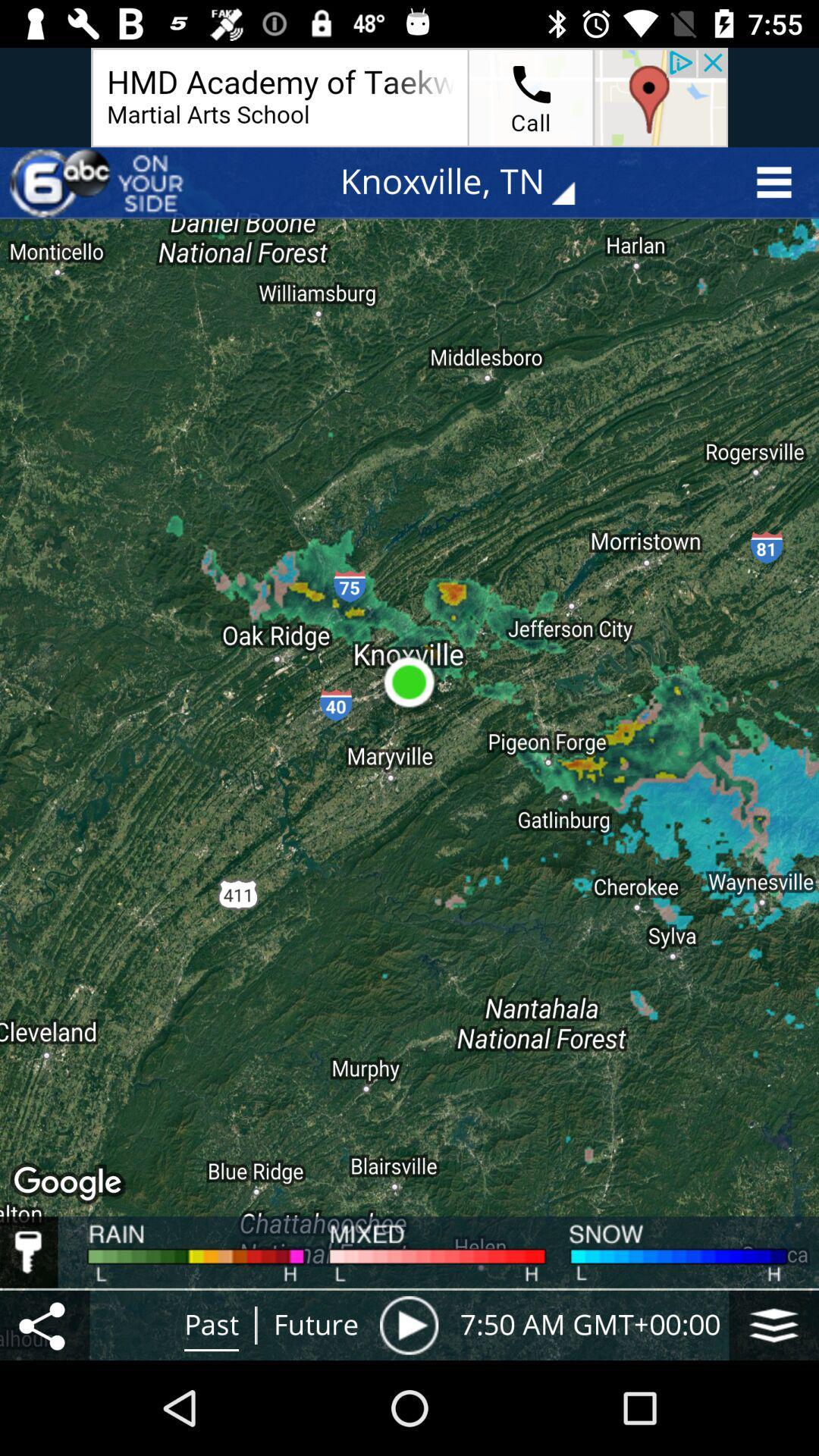 This screenshot has height=1456, width=819. Describe the element at coordinates (44, 1324) in the screenshot. I see `icon next to past` at that location.